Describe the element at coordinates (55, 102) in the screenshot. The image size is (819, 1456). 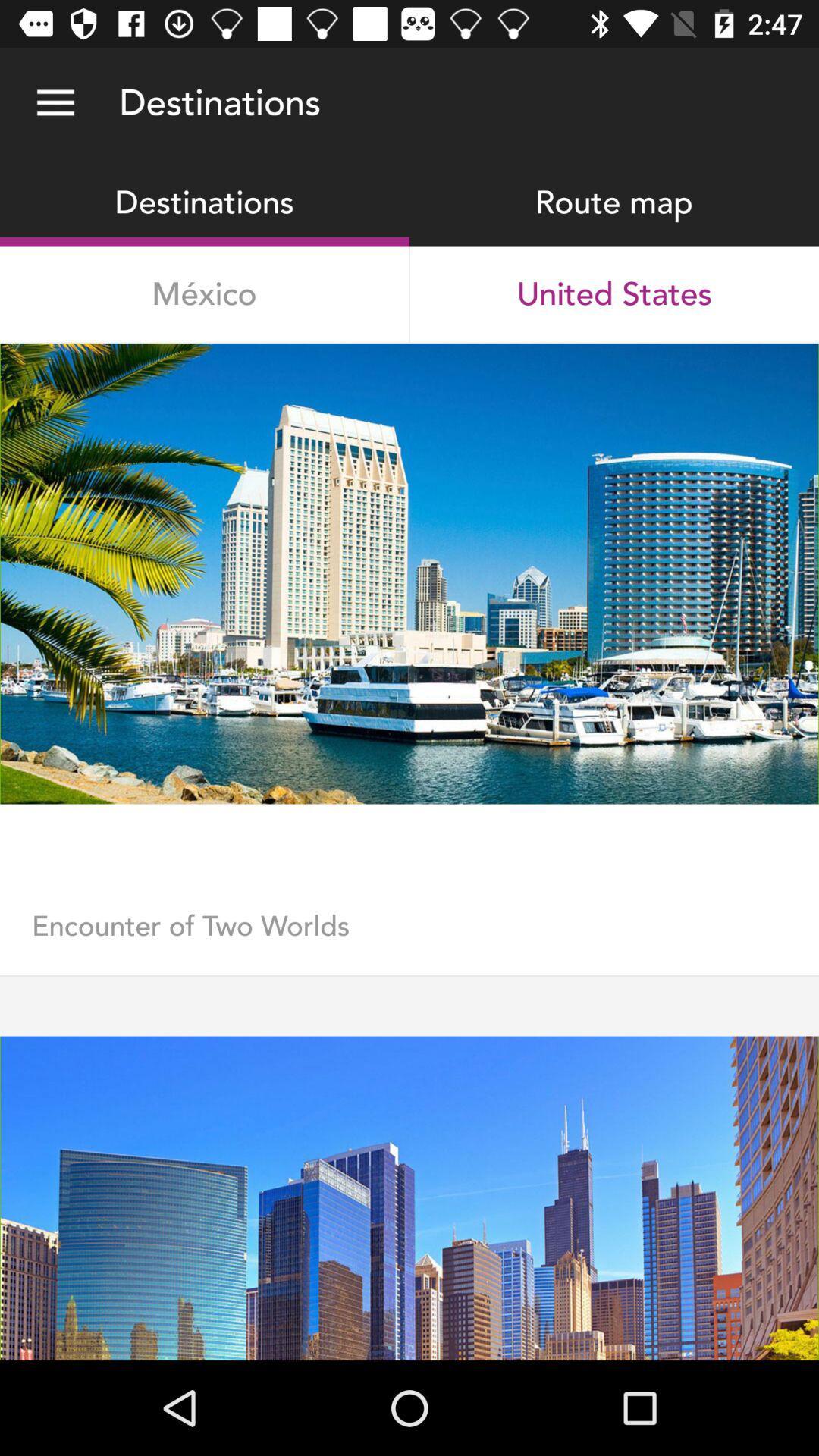
I see `the icon to the left of destinations` at that location.